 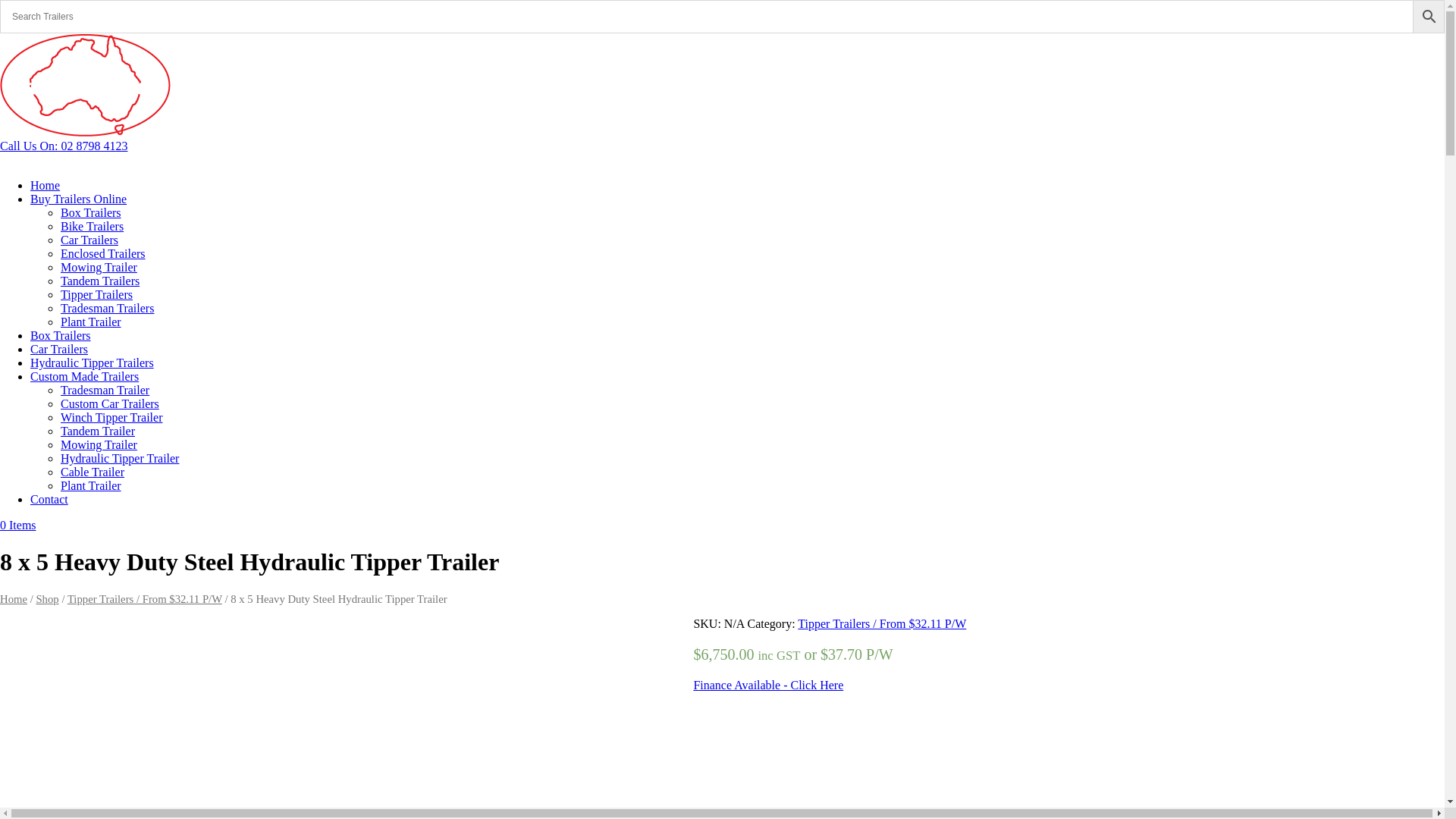 What do you see at coordinates (18, 524) in the screenshot?
I see `'0 Items'` at bounding box center [18, 524].